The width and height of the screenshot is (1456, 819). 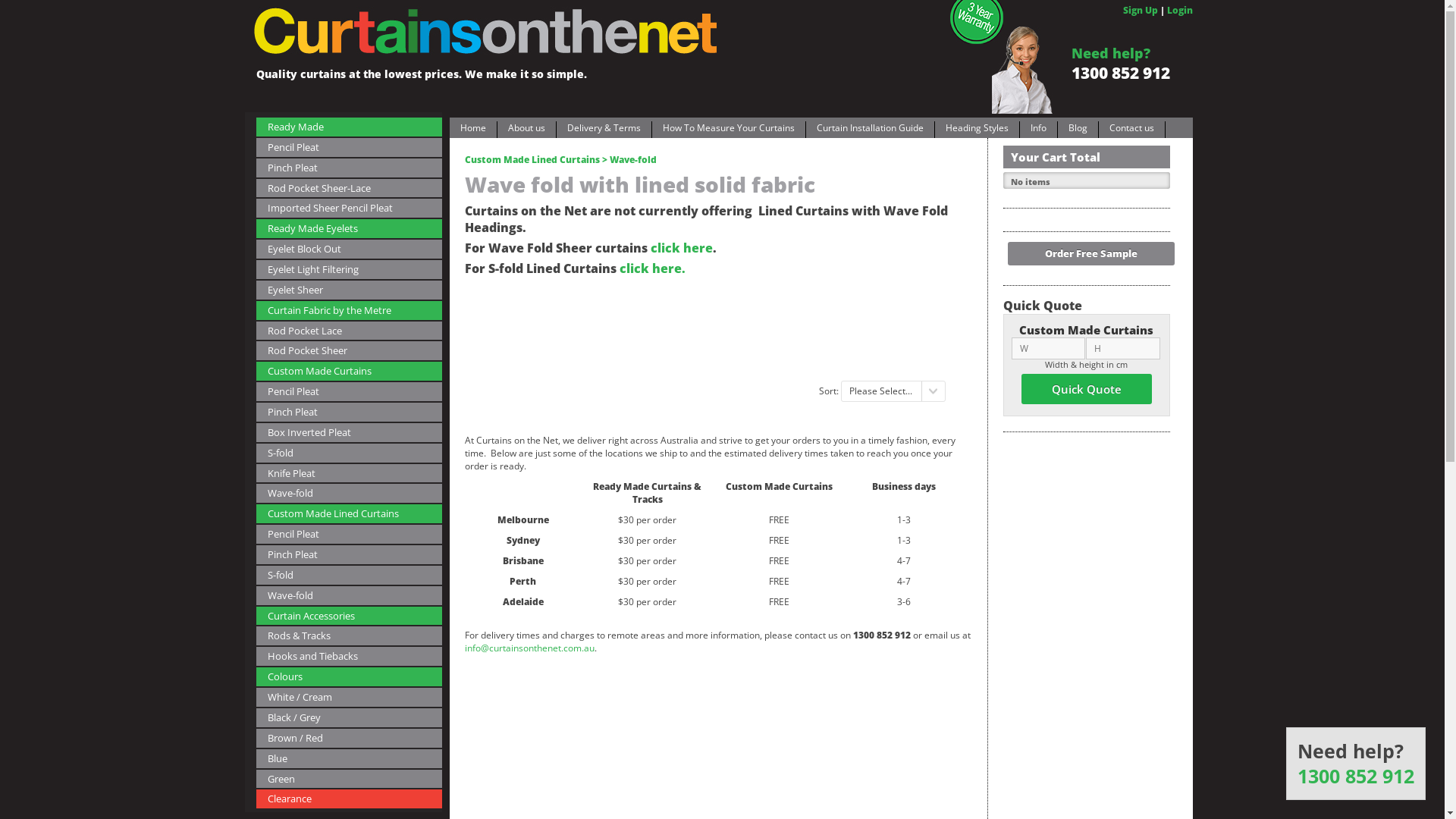 What do you see at coordinates (348, 187) in the screenshot?
I see `'Rod Pocket Sheer-Lace'` at bounding box center [348, 187].